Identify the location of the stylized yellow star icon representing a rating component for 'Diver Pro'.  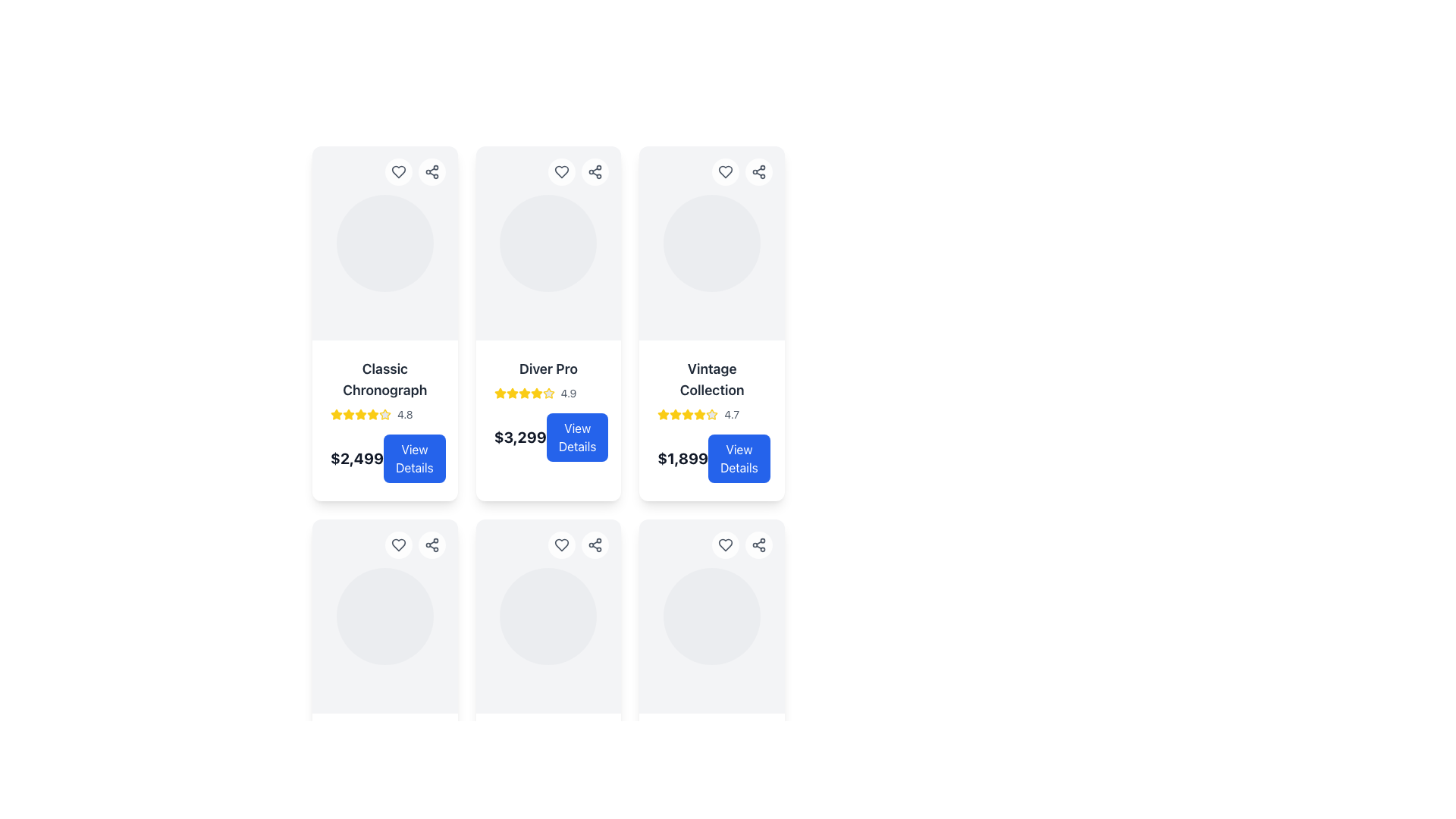
(336, 414).